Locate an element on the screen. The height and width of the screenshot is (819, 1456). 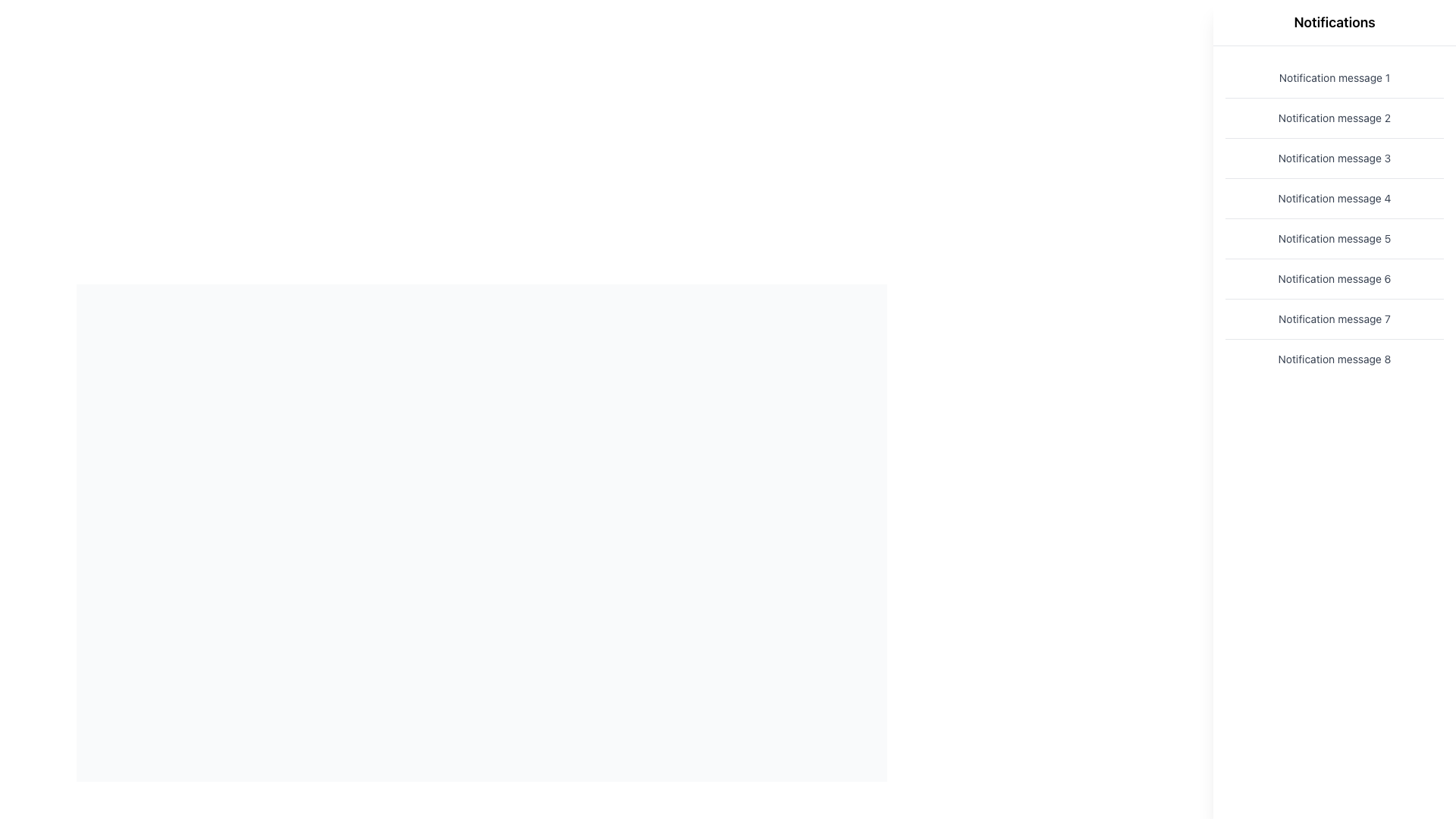
the static text element displaying 'Notification message 8', positioned at the bottom of a vertical list of notifications is located at coordinates (1335, 359).